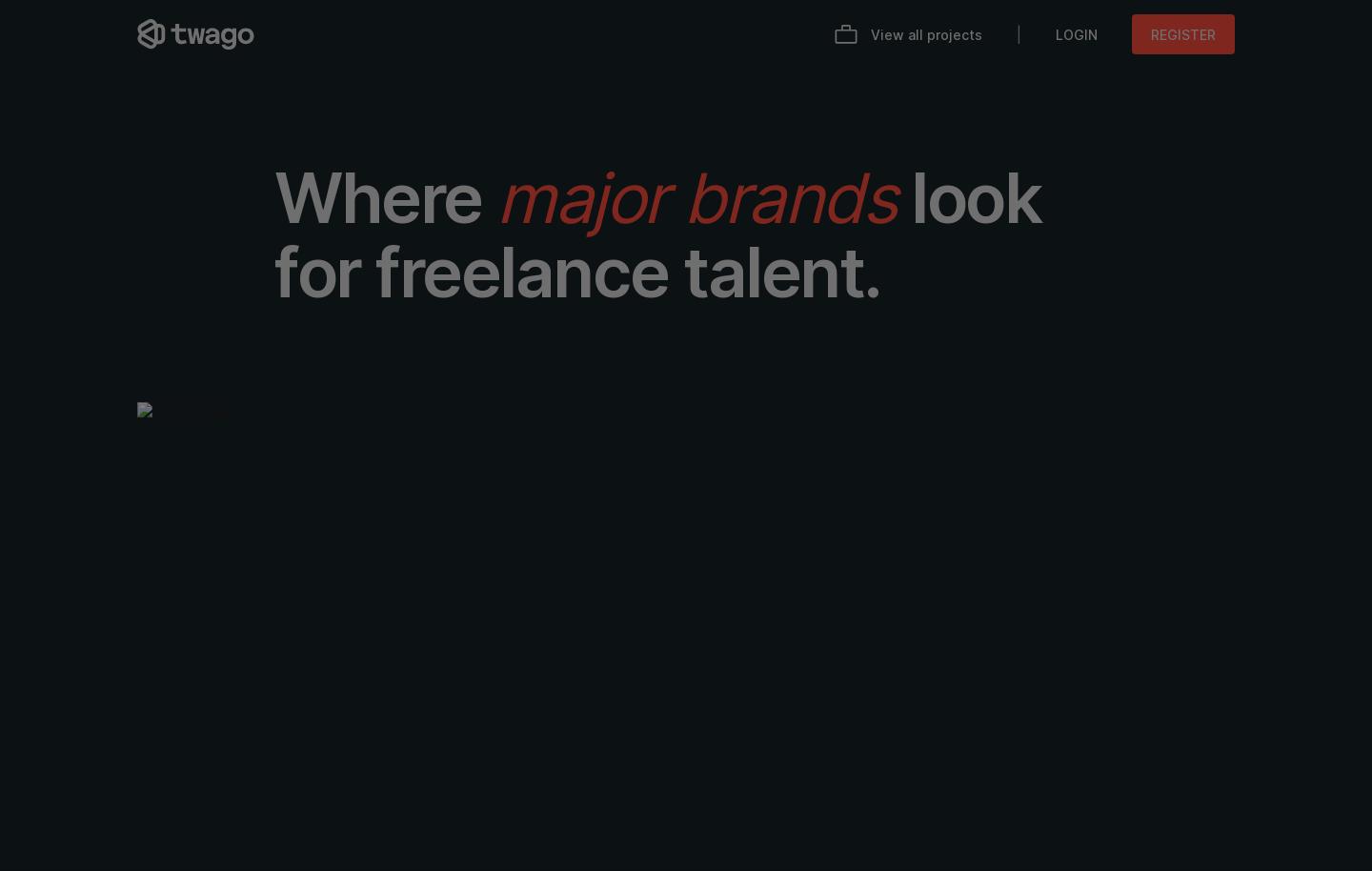  What do you see at coordinates (682, 272) in the screenshot?
I see `'talent.'` at bounding box center [682, 272].